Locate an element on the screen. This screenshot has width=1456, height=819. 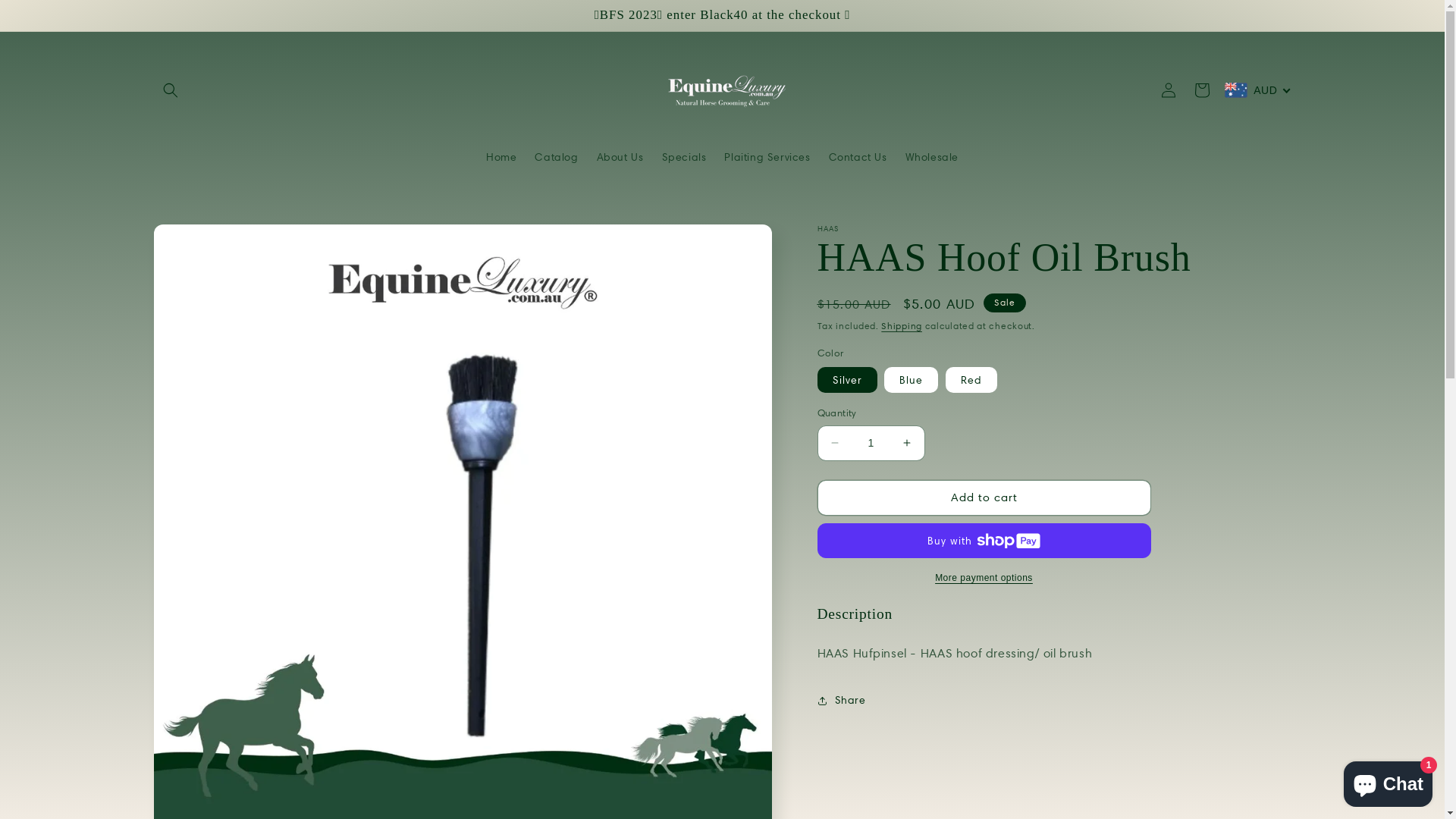
'Contact Us' is located at coordinates (858, 157).